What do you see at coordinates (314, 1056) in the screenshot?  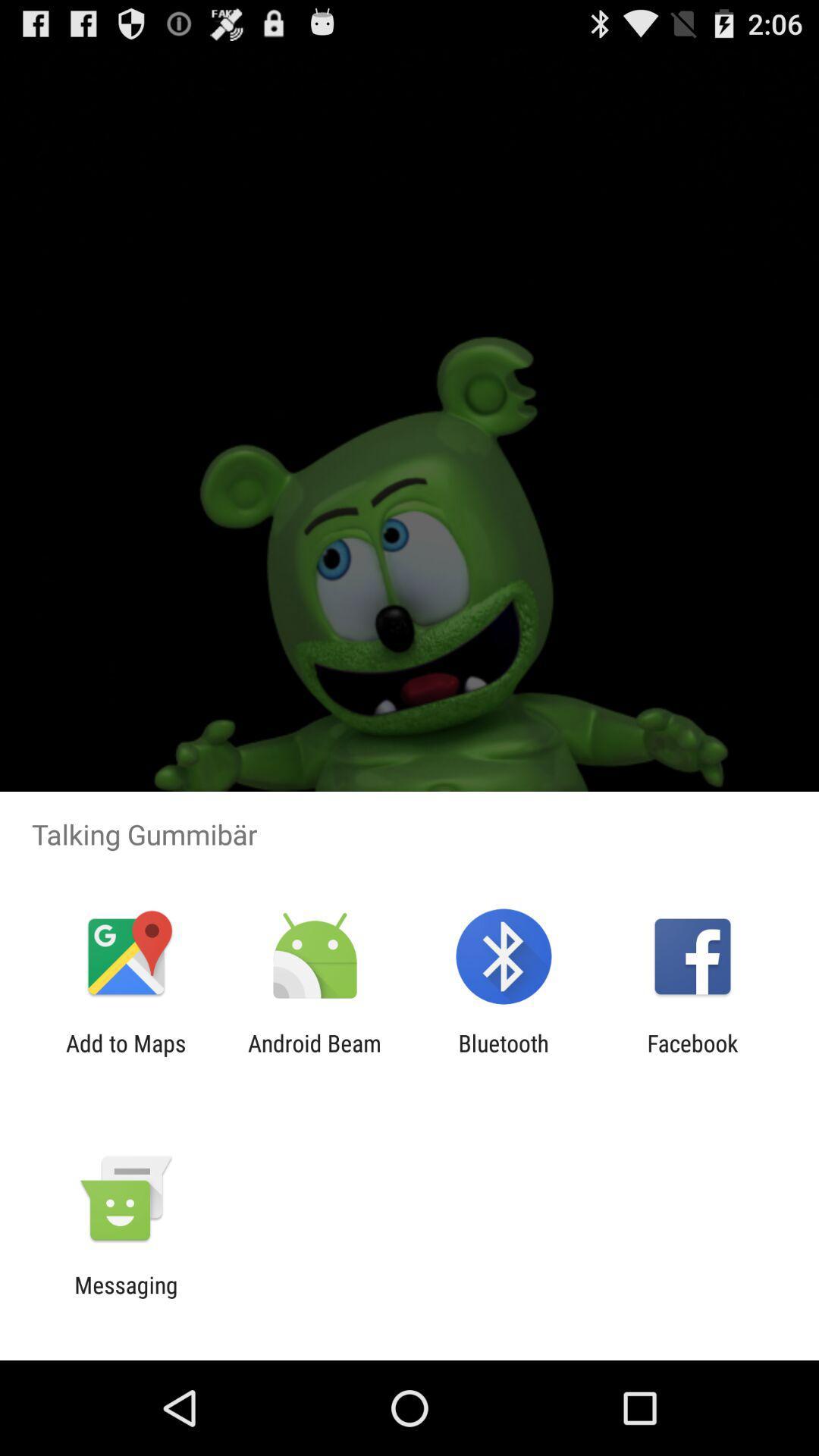 I see `the icon to the right of add to maps item` at bounding box center [314, 1056].